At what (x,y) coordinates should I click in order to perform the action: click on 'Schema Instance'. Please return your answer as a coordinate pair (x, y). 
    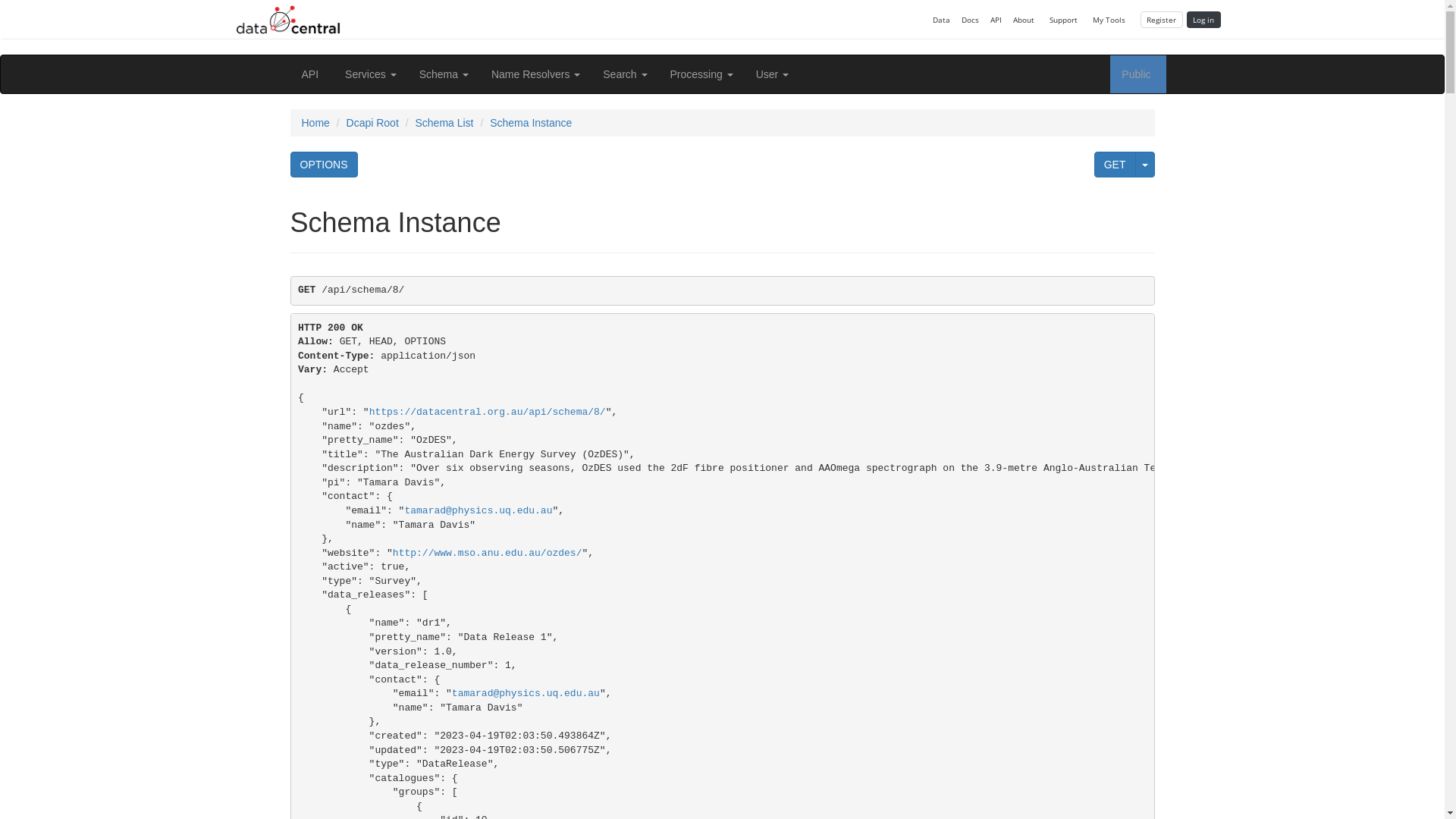
    Looking at the image, I should click on (531, 122).